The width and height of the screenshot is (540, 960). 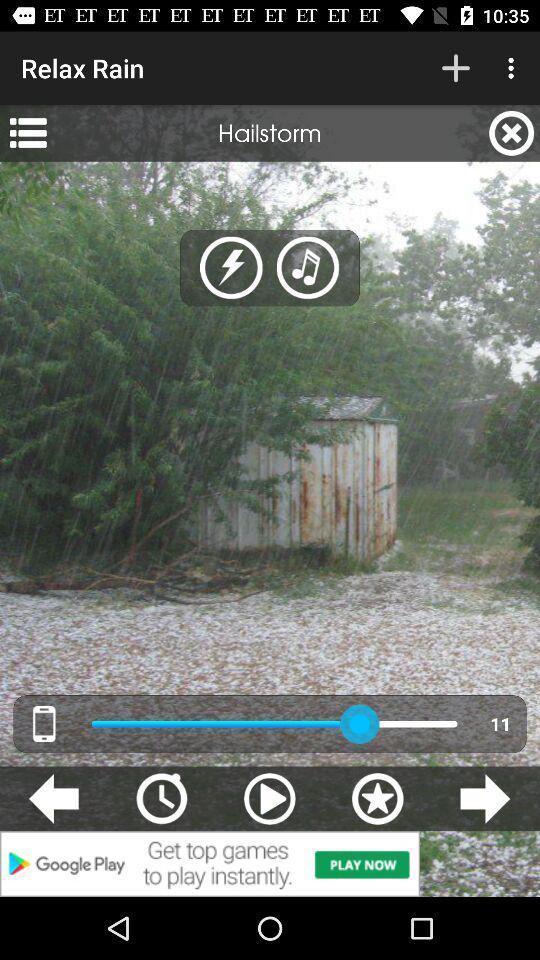 What do you see at coordinates (269, 798) in the screenshot?
I see `the play icon` at bounding box center [269, 798].